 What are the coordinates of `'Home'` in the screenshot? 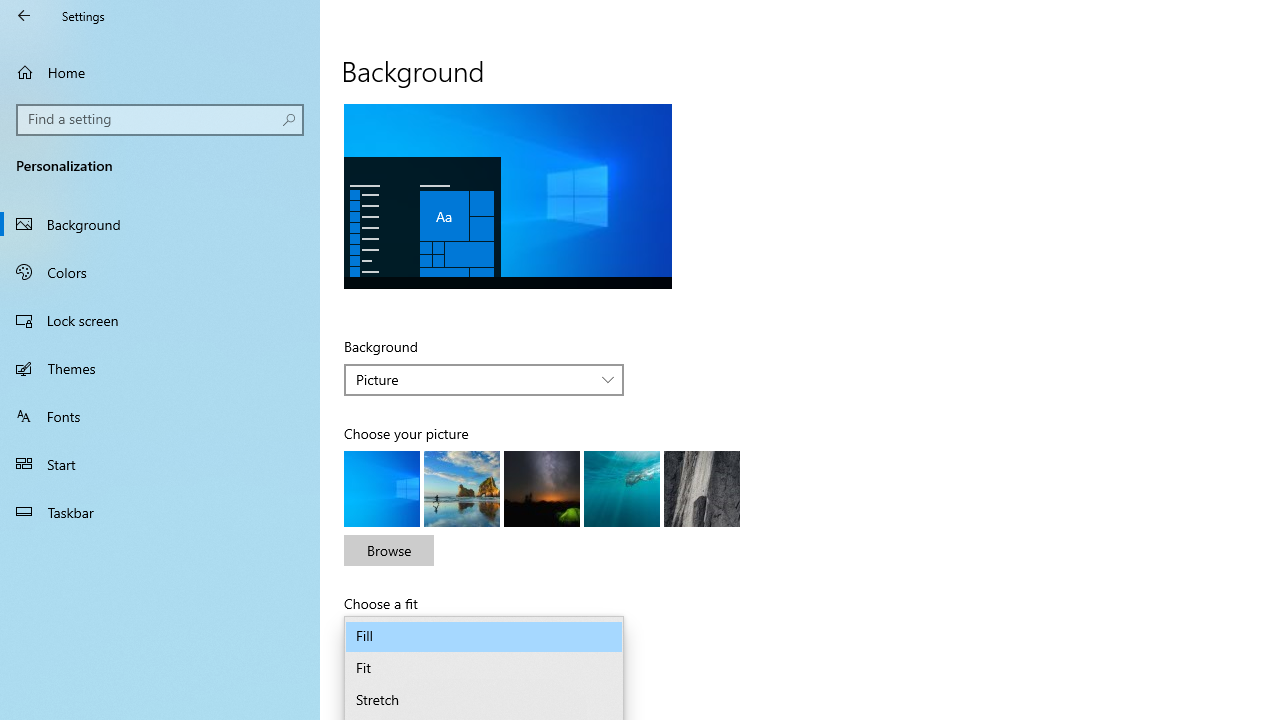 It's located at (160, 71).